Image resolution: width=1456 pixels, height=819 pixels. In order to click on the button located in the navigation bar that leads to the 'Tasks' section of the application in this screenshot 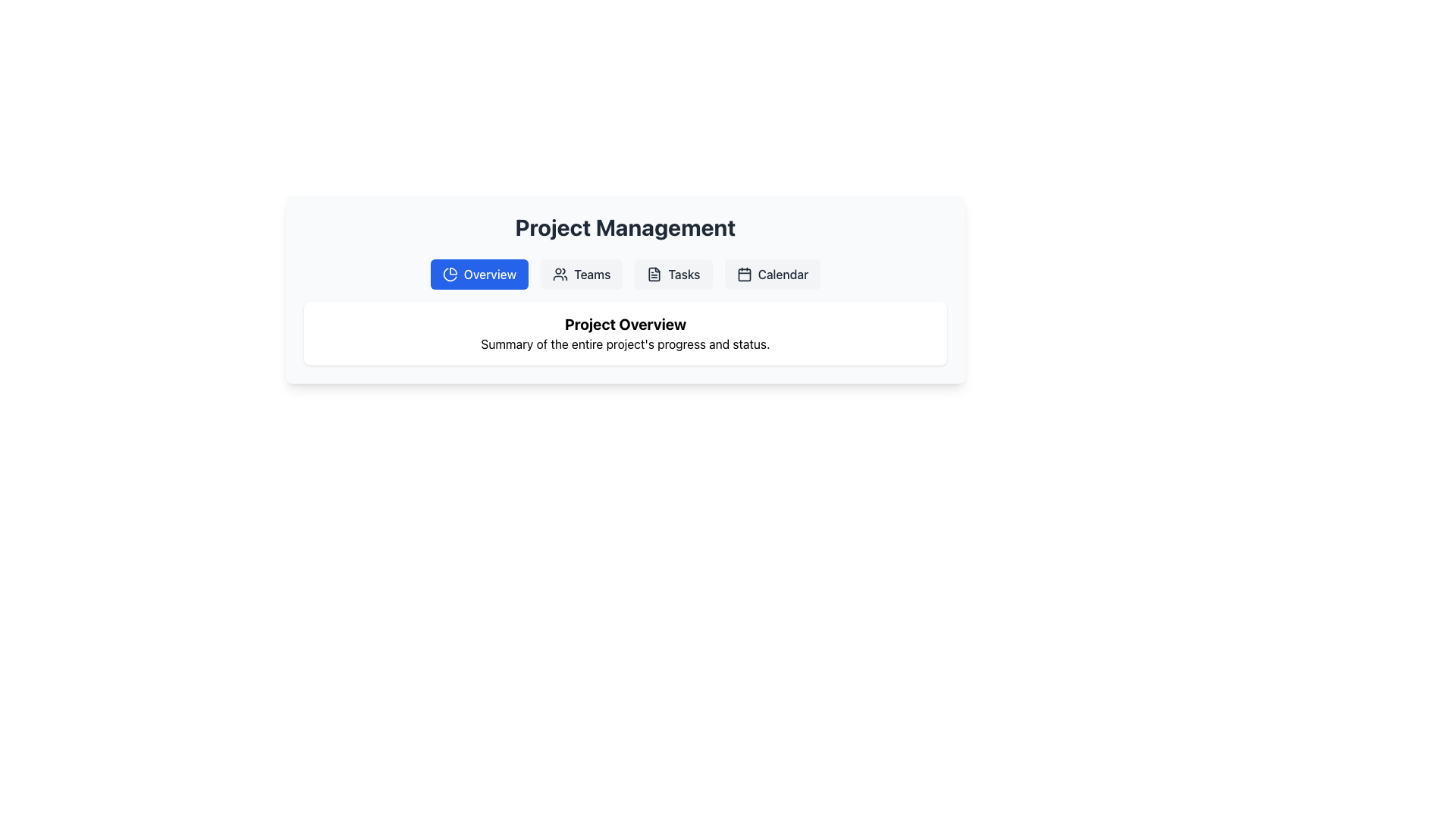, I will do `click(673, 275)`.